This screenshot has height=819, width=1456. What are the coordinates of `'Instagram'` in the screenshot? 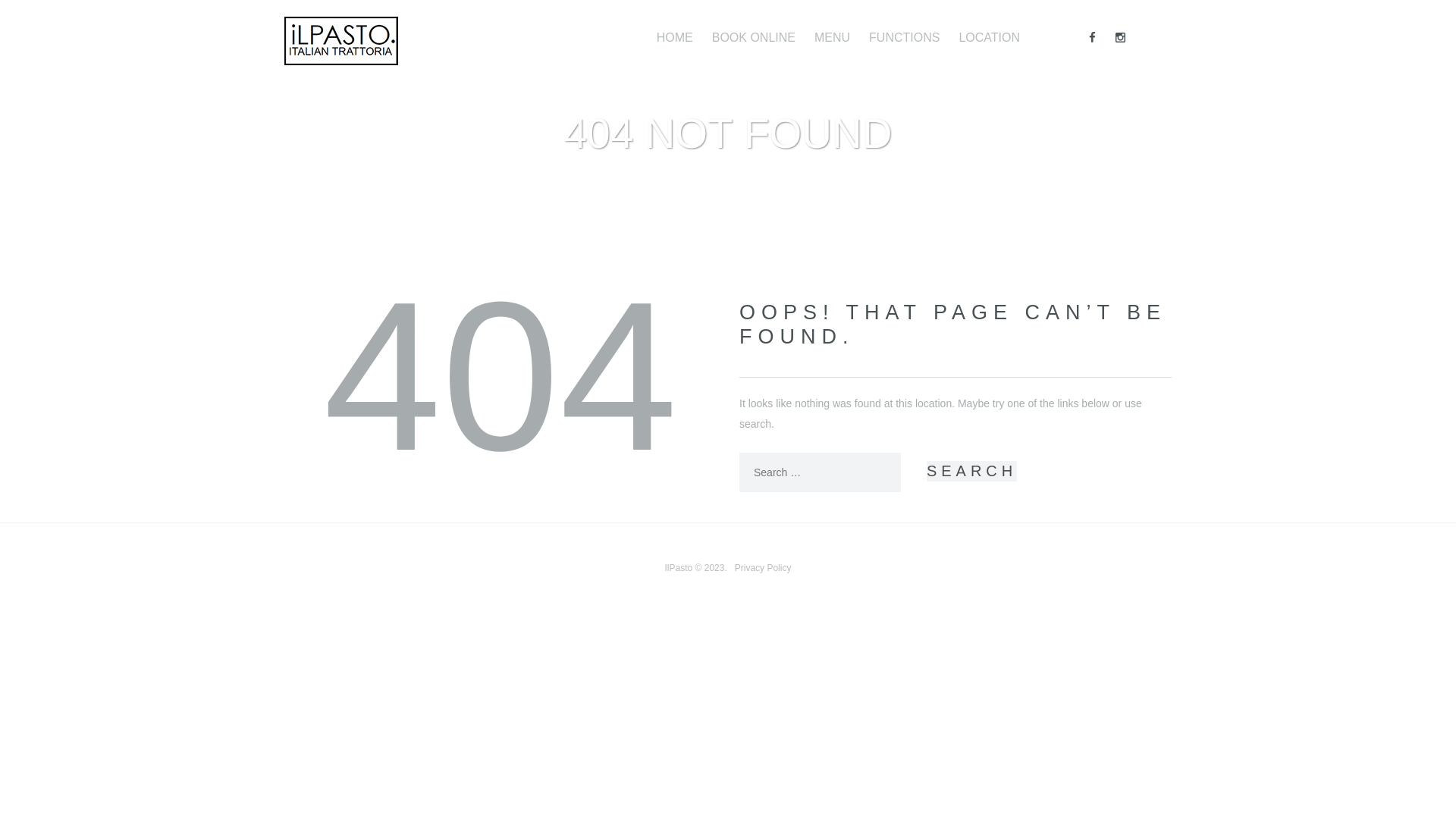 It's located at (1120, 37).